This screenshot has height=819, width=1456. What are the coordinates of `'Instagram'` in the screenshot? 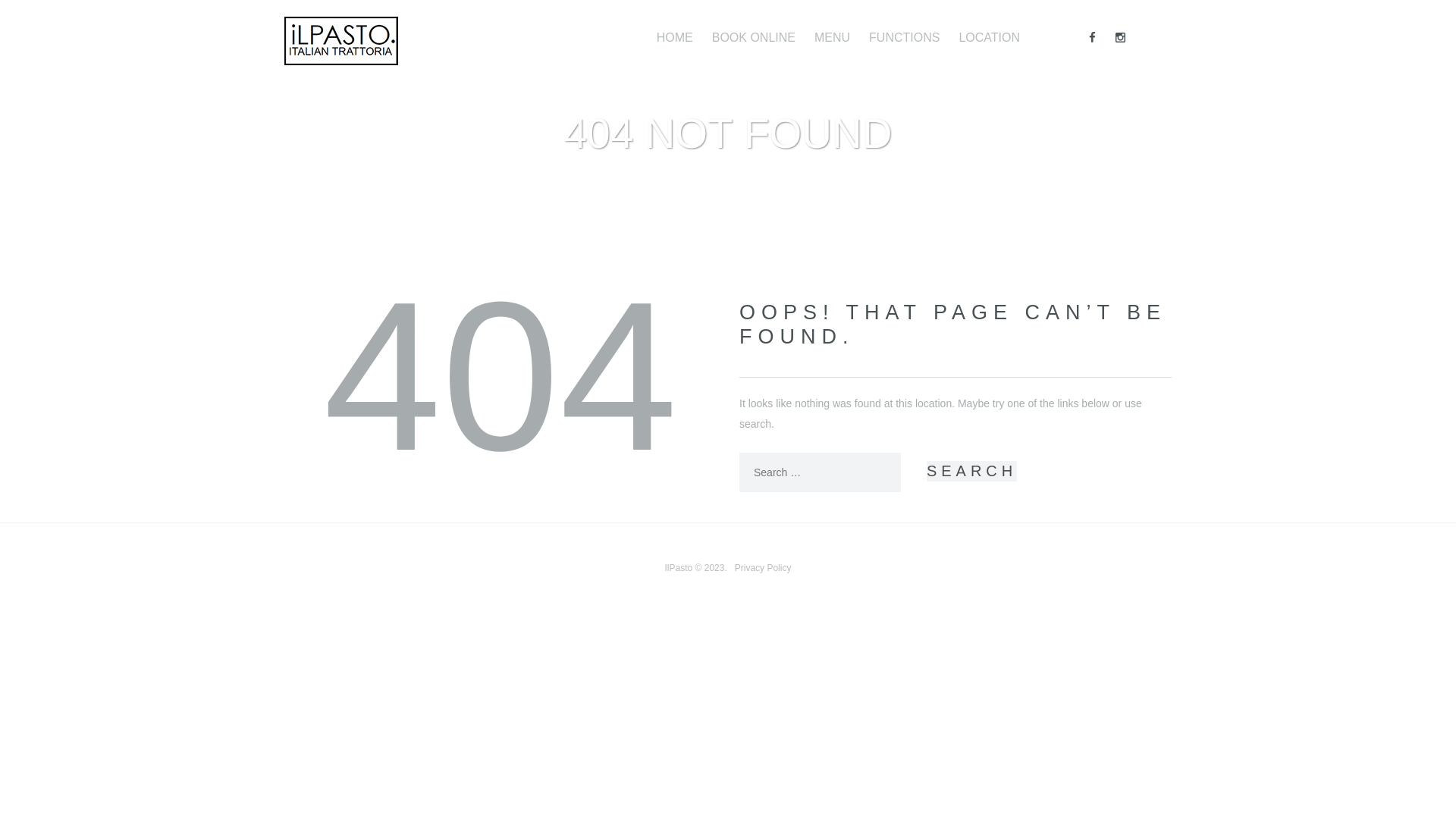 It's located at (1120, 37).